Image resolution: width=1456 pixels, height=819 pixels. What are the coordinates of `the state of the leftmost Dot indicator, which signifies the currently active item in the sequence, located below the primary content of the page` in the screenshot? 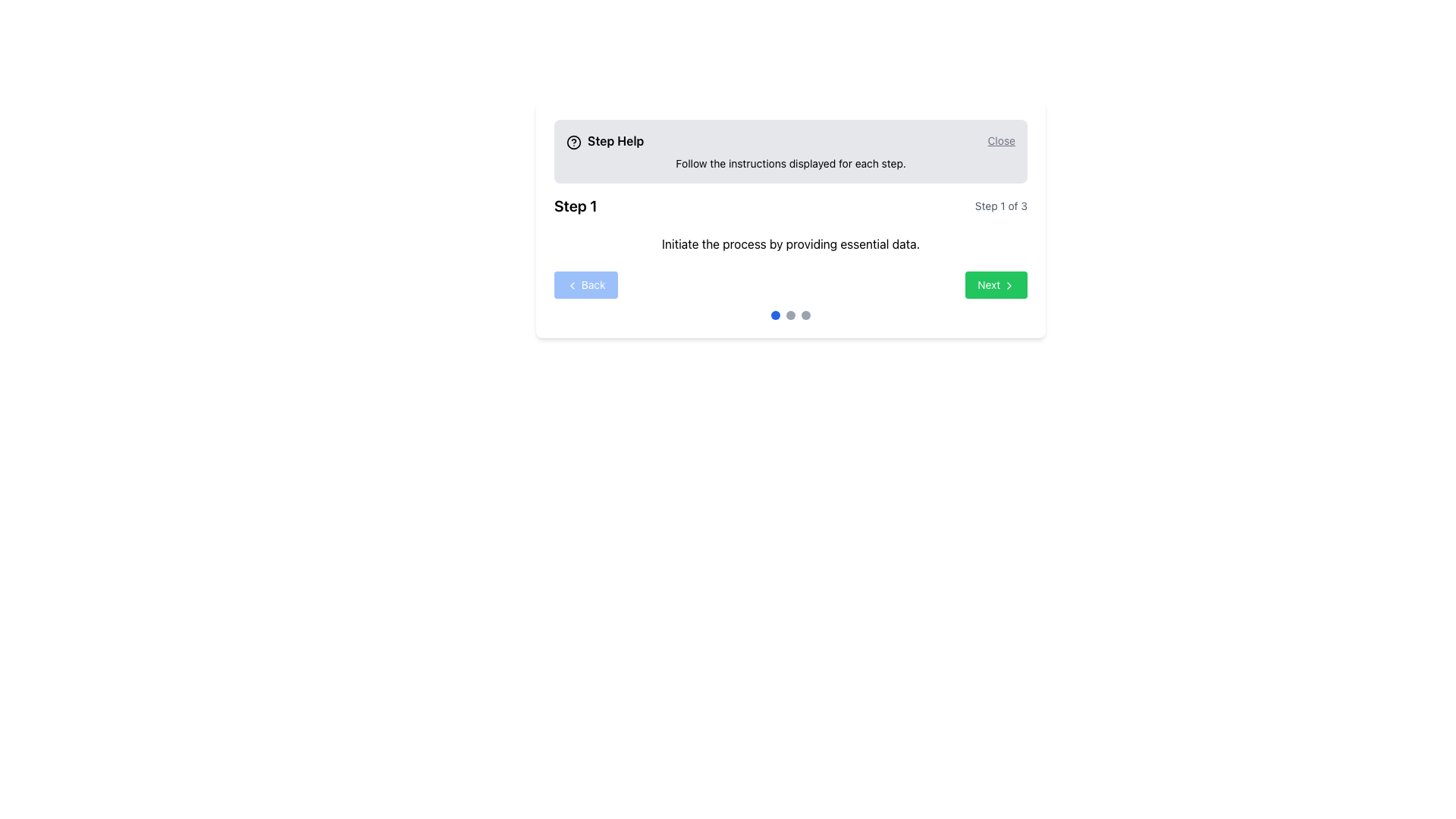 It's located at (775, 315).